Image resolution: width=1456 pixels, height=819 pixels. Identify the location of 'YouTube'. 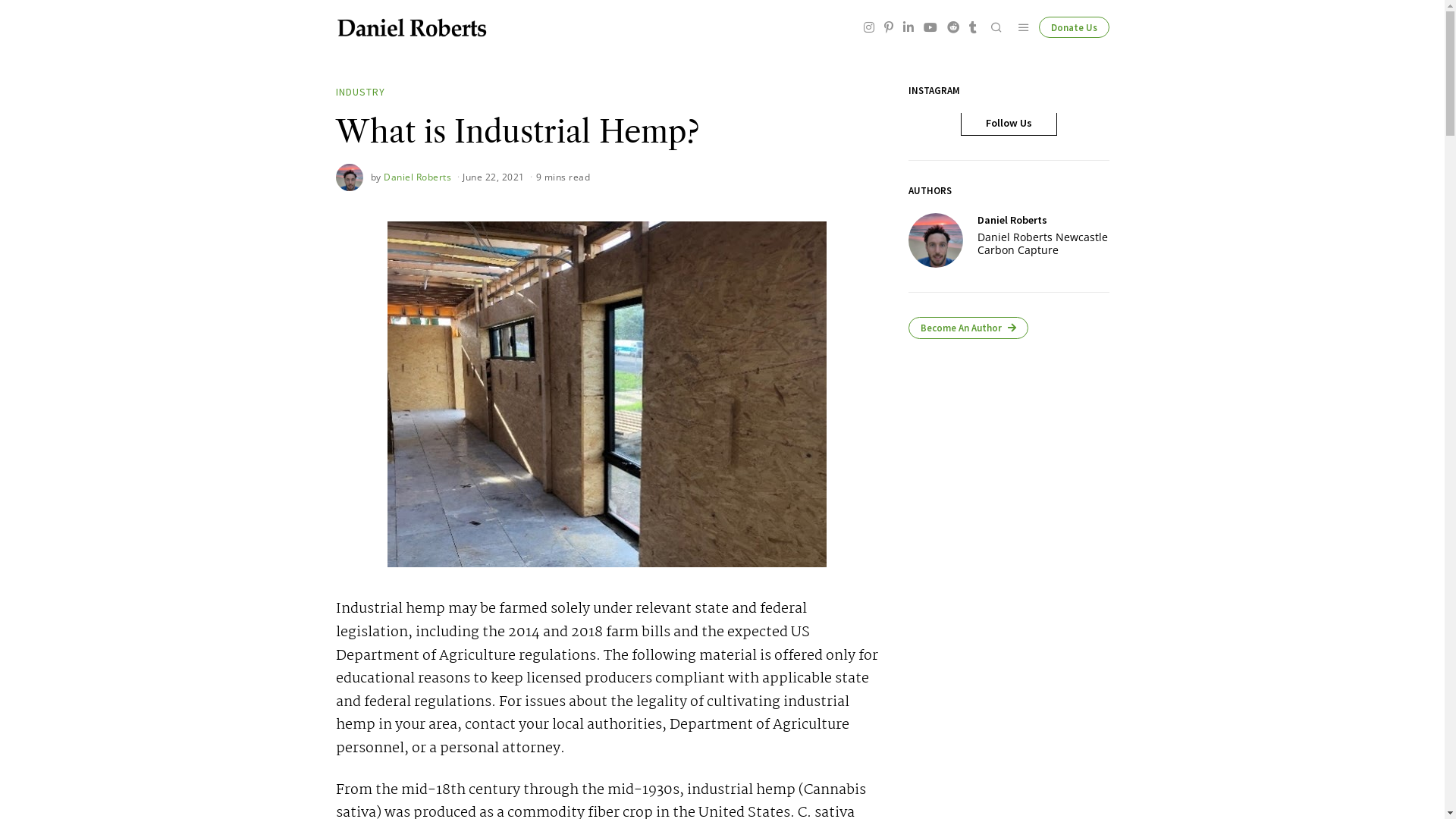
(928, 27).